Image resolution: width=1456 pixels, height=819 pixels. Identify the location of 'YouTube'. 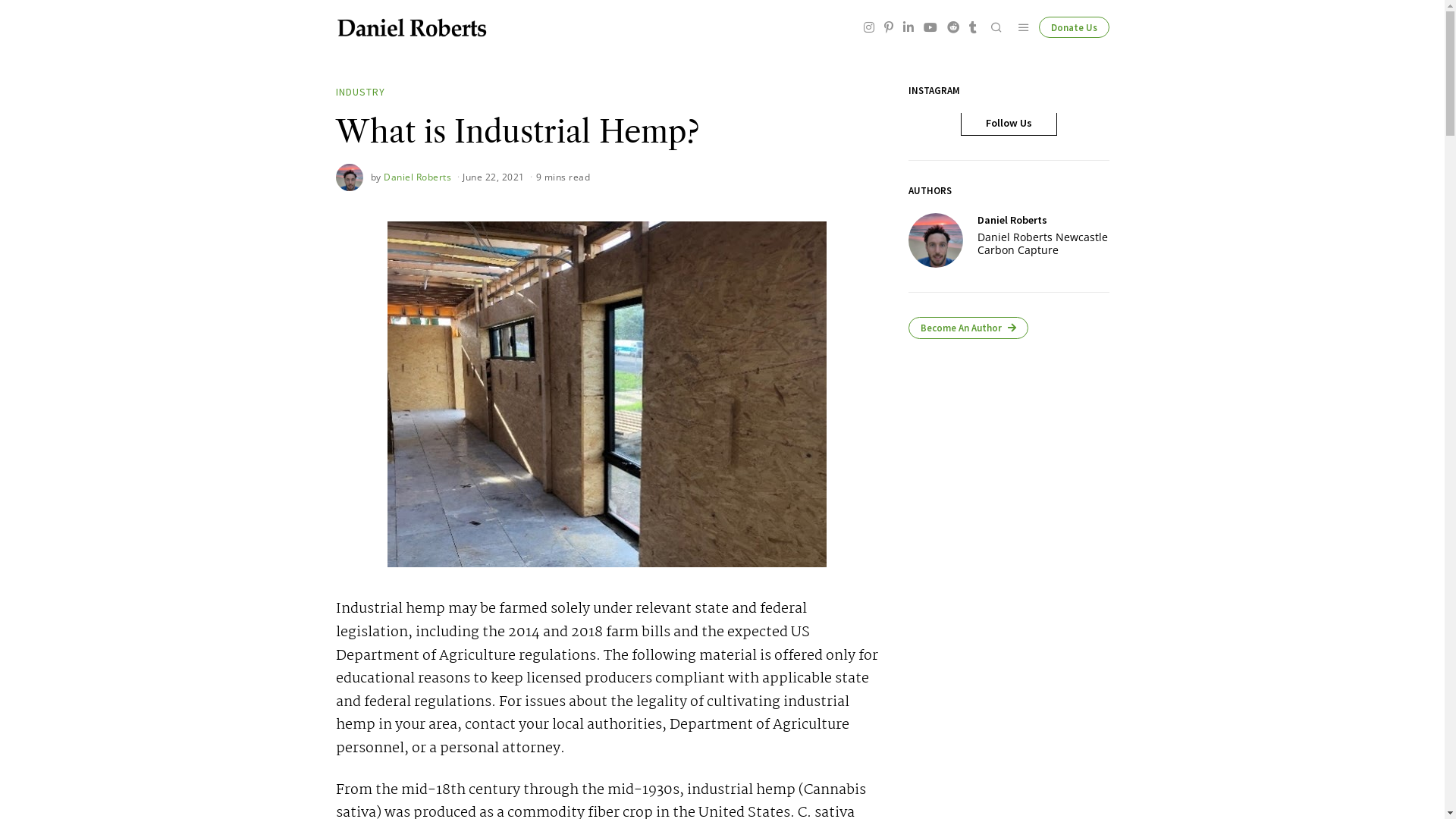
(928, 27).